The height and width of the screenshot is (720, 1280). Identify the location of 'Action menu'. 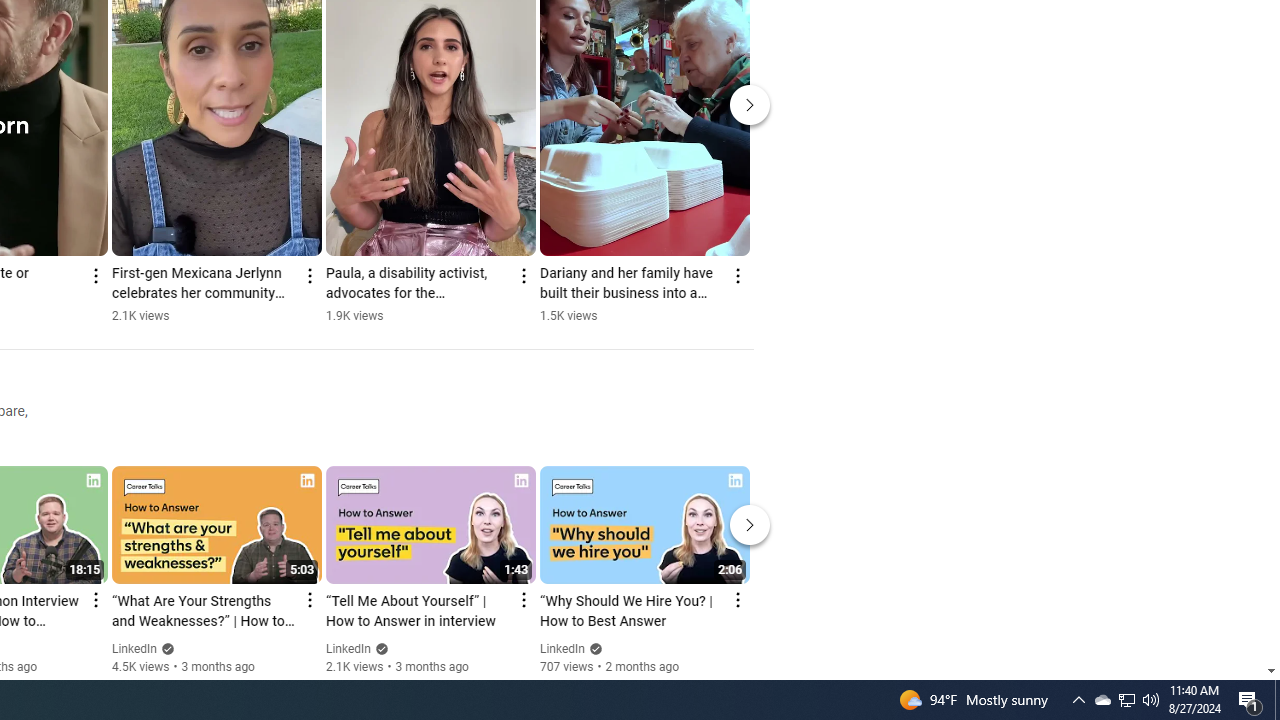
(736, 599).